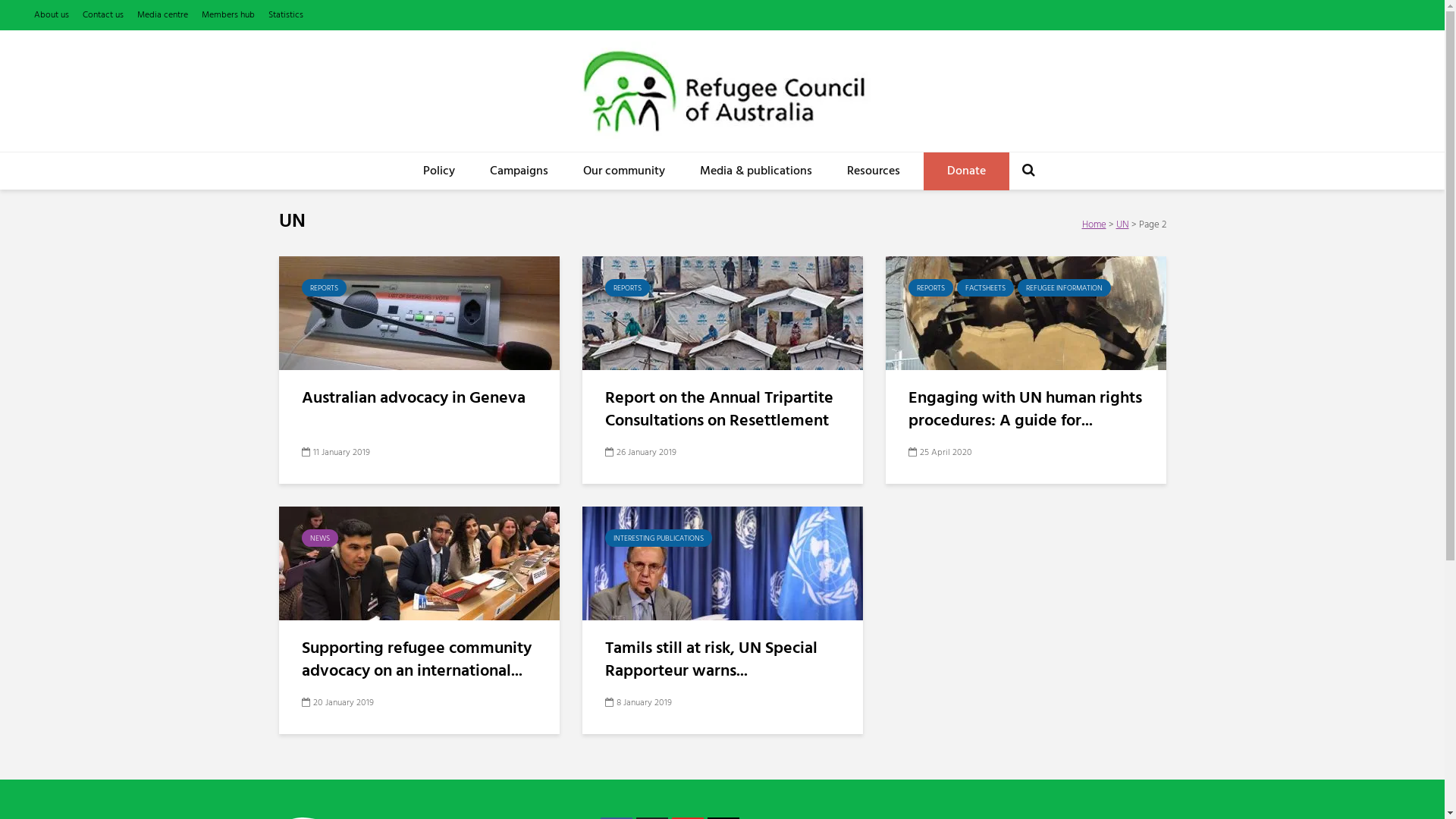 This screenshot has height=819, width=1456. I want to click on 'UN', so click(1122, 225).